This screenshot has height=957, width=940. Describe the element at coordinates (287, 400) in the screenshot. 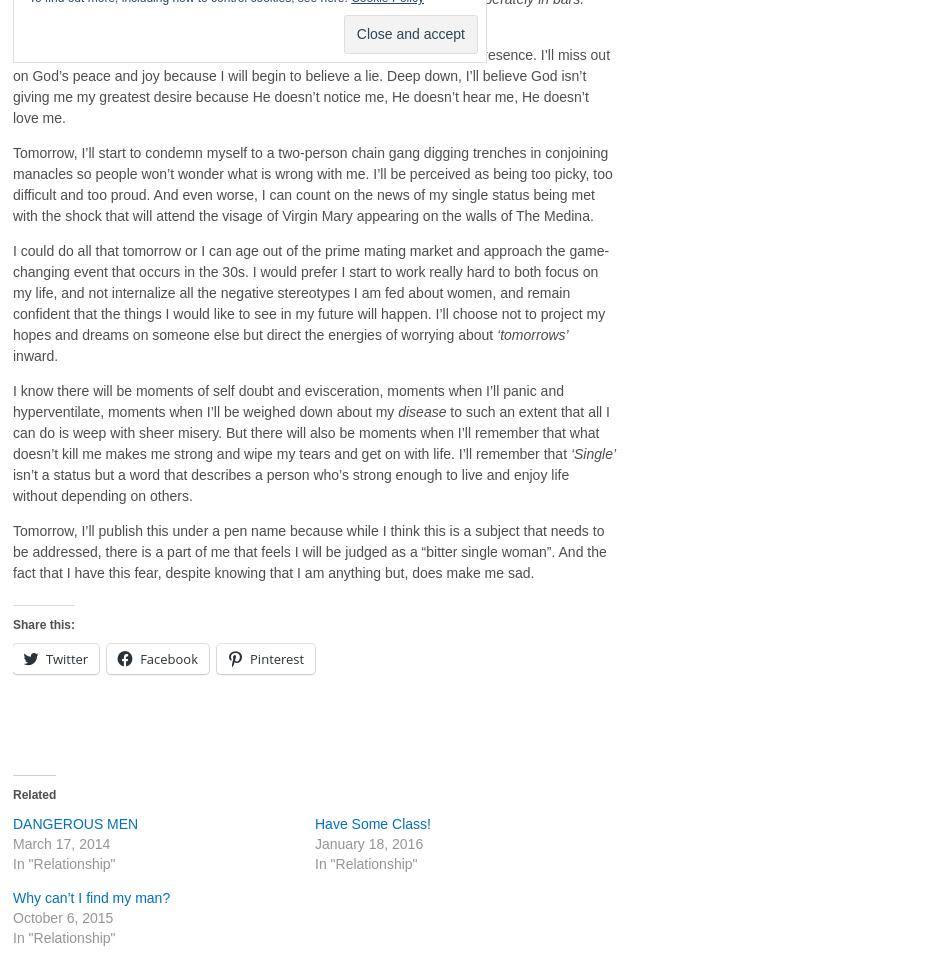

I see `'I know there will be moments of self doubt and evisceration, moments when I’ll panic and hyperventilate, moments when I’ll be weighed down about my'` at that location.